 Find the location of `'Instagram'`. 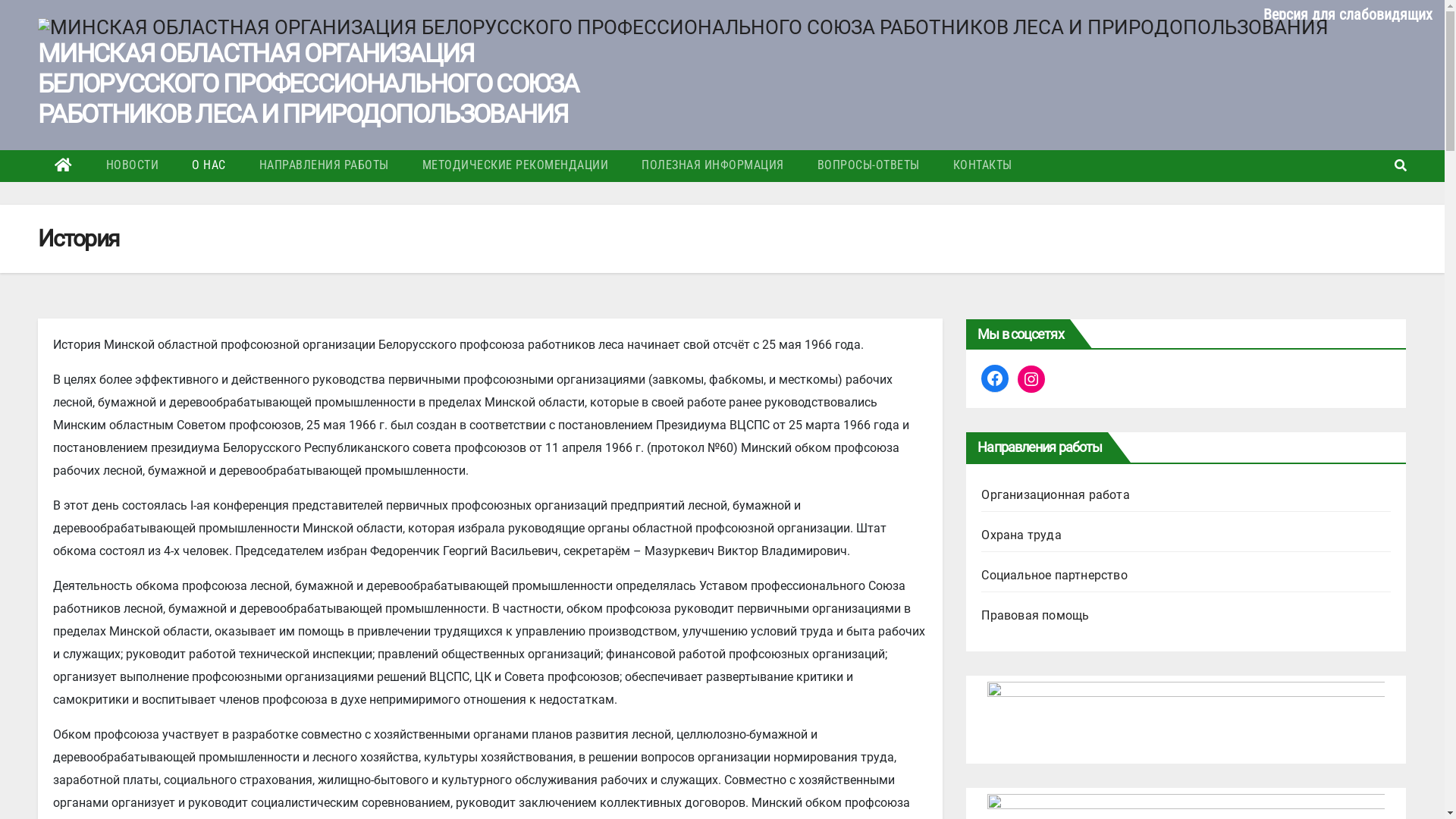

'Instagram' is located at coordinates (1031, 378).